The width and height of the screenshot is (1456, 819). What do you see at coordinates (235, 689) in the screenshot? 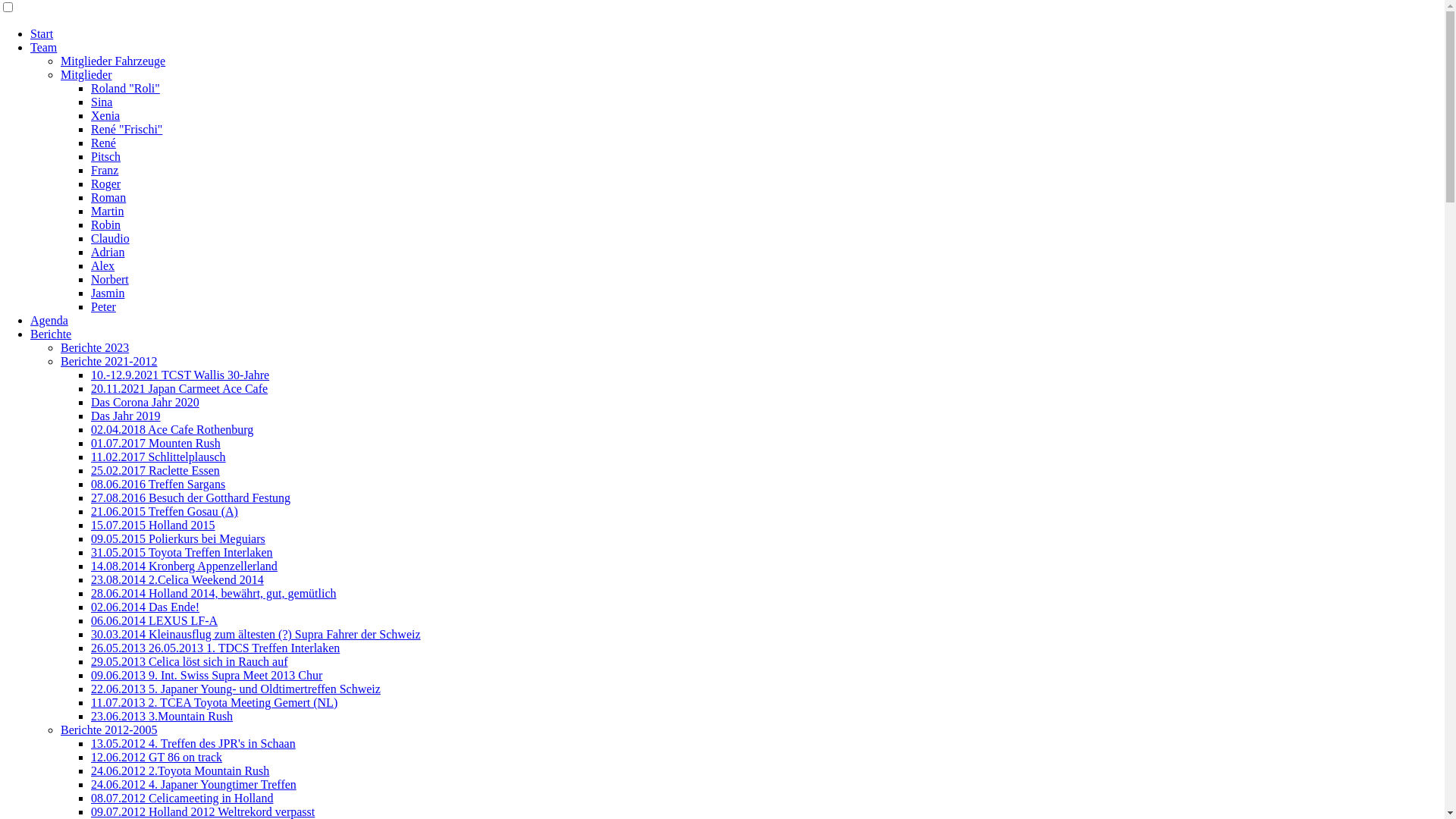
I see `'22.06.2013 5. Japaner Young- und Oldtimertreffen Schweiz'` at bounding box center [235, 689].